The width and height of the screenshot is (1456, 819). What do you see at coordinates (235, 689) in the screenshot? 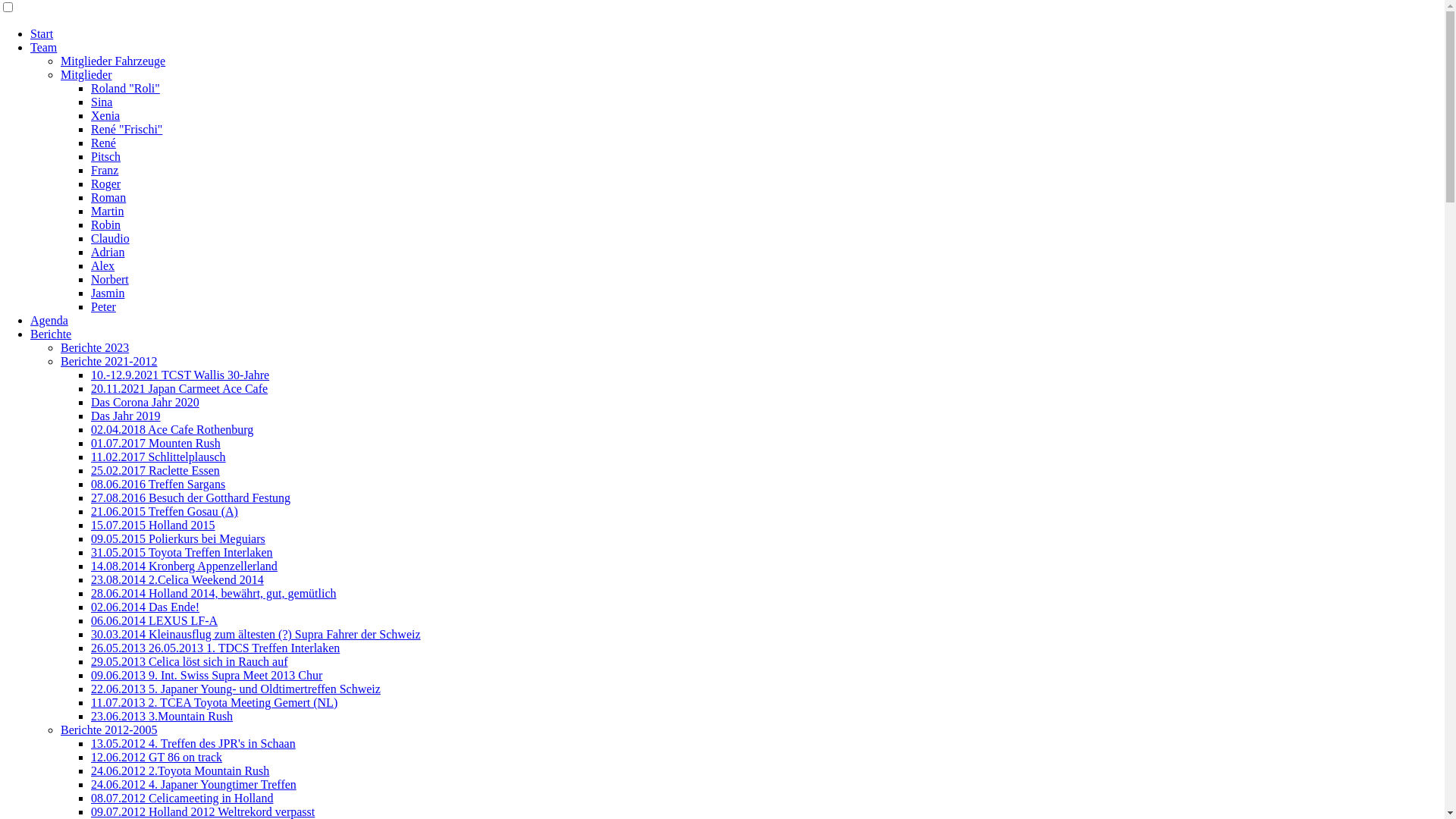
I see `'22.06.2013 5. Japaner Young- und Oldtimertreffen Schweiz'` at bounding box center [235, 689].